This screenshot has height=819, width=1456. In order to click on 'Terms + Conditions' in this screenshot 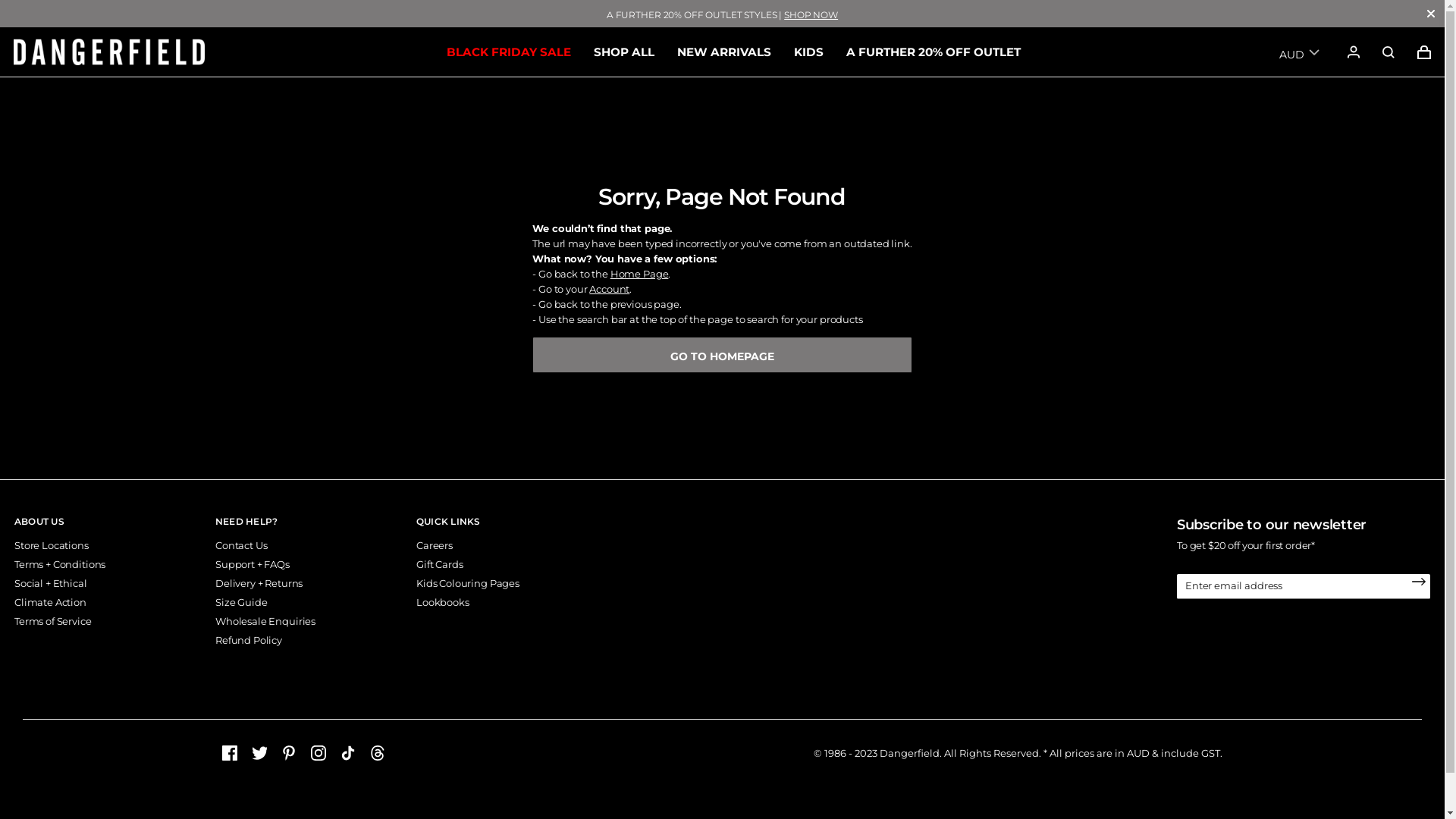, I will do `click(14, 564)`.